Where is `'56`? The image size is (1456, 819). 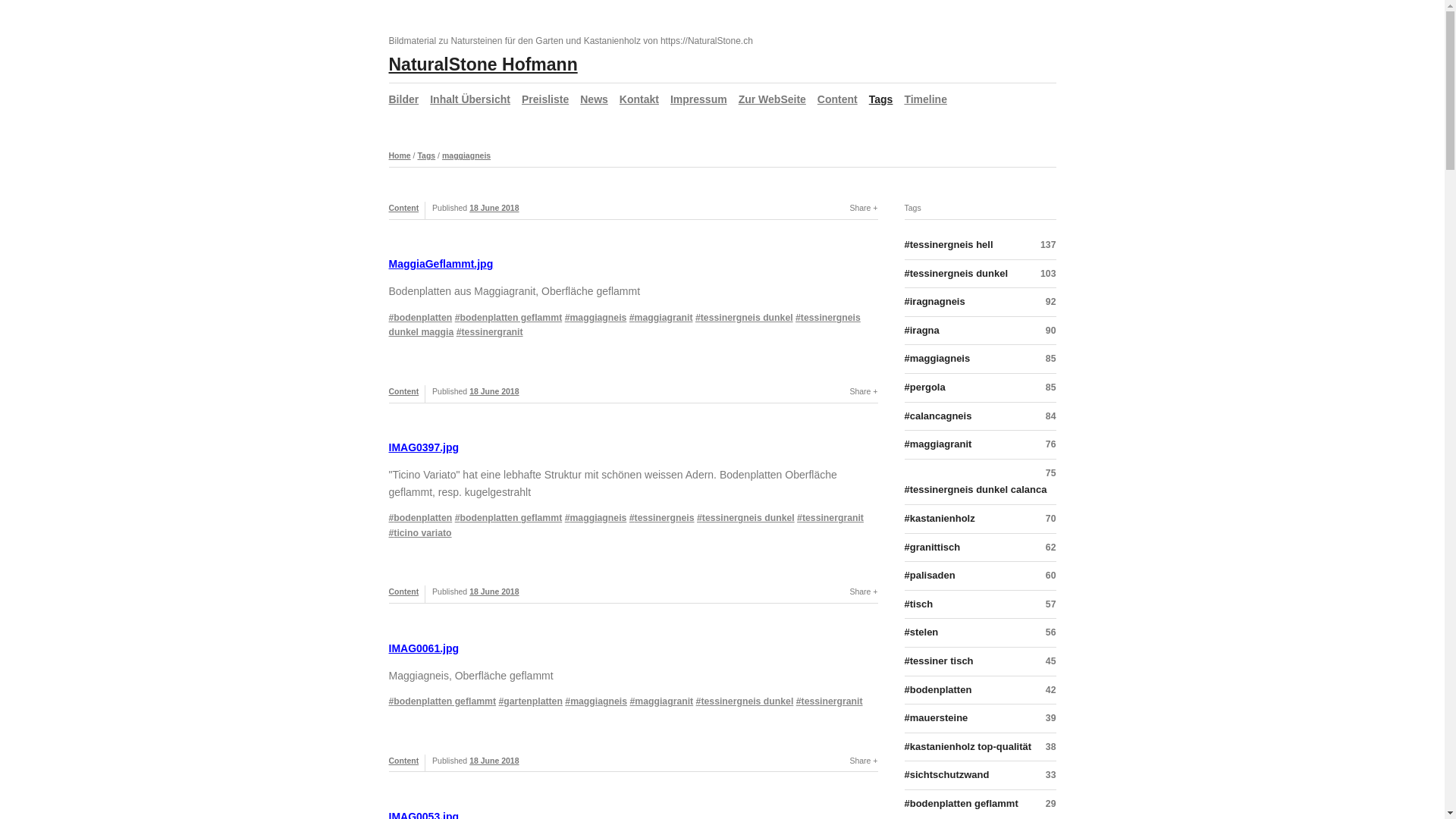
'56 is located at coordinates (979, 632).